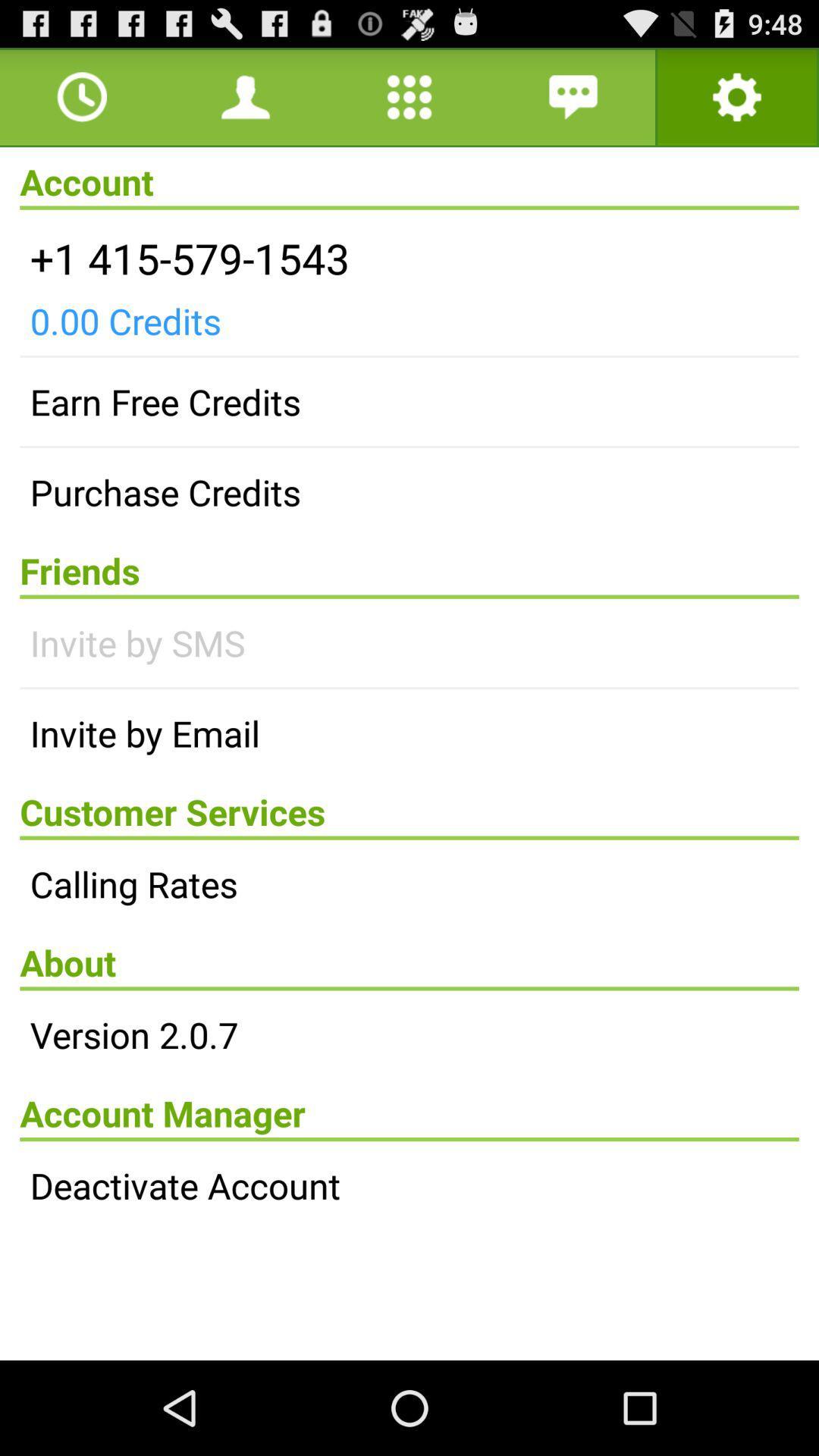 This screenshot has width=819, height=1456. Describe the element at coordinates (409, 1185) in the screenshot. I see `the deactivate account icon` at that location.